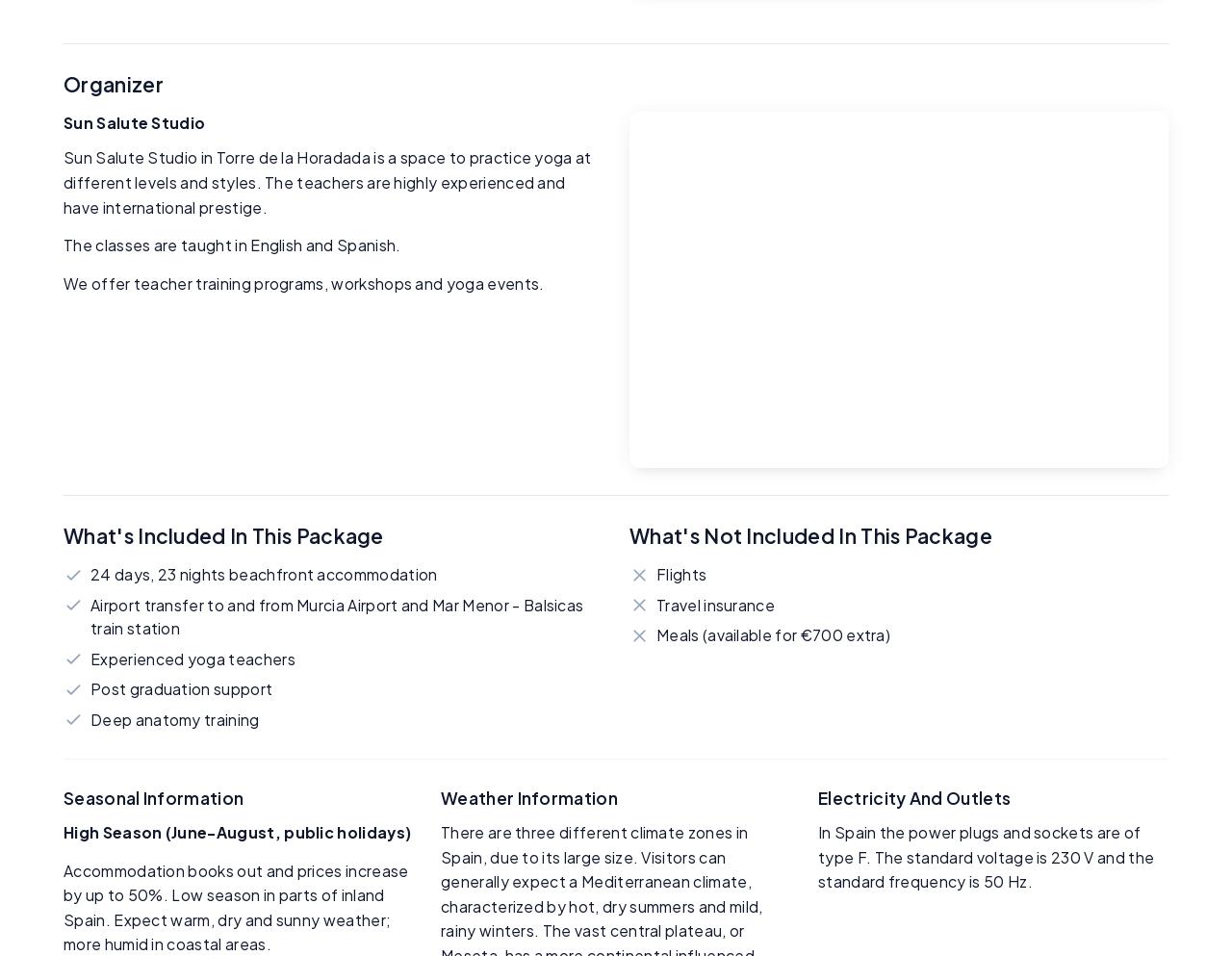  What do you see at coordinates (810, 534) in the screenshot?
I see `'What's Not Included in This Package'` at bounding box center [810, 534].